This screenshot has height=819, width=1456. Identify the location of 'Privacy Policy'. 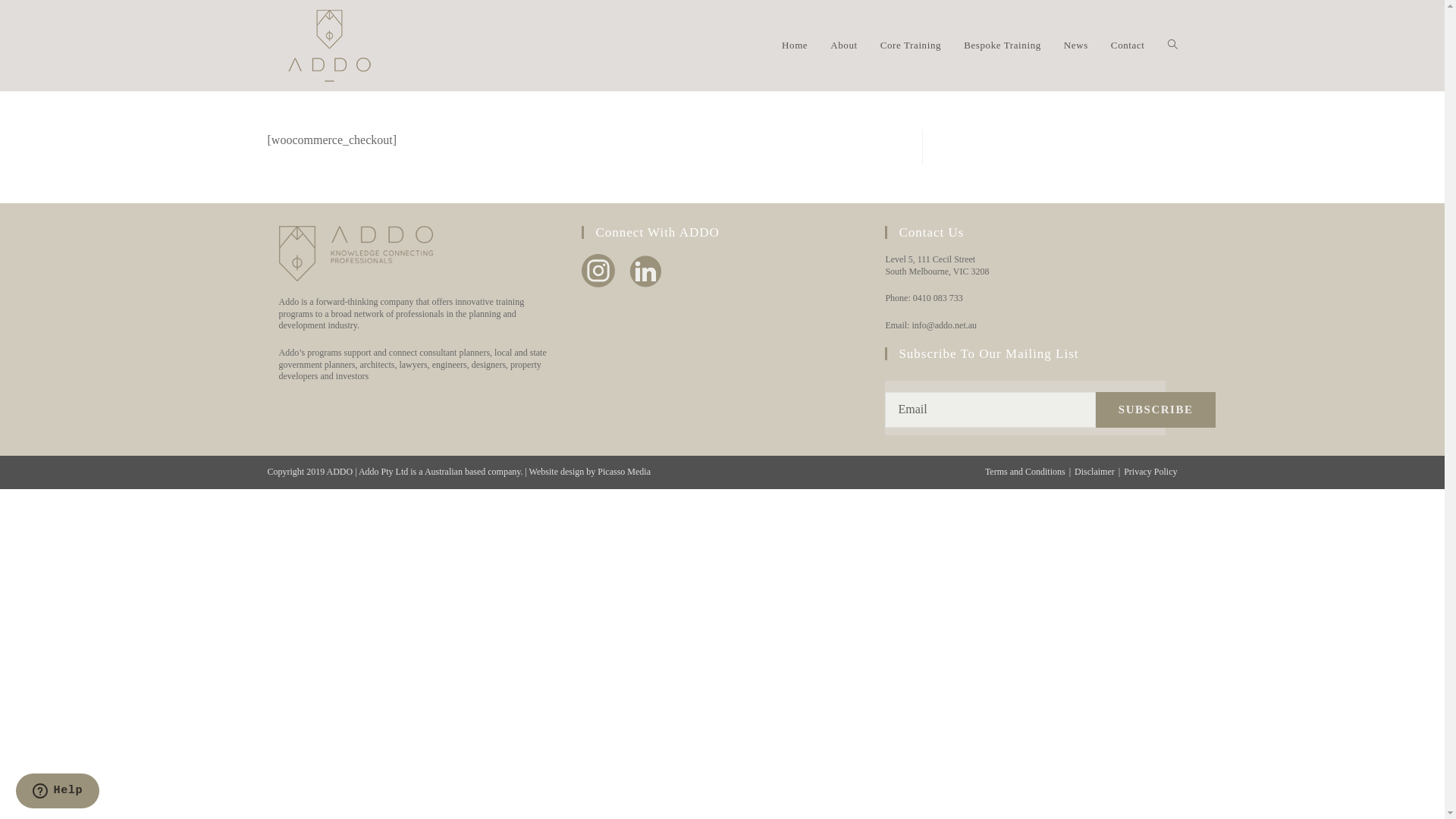
(1124, 470).